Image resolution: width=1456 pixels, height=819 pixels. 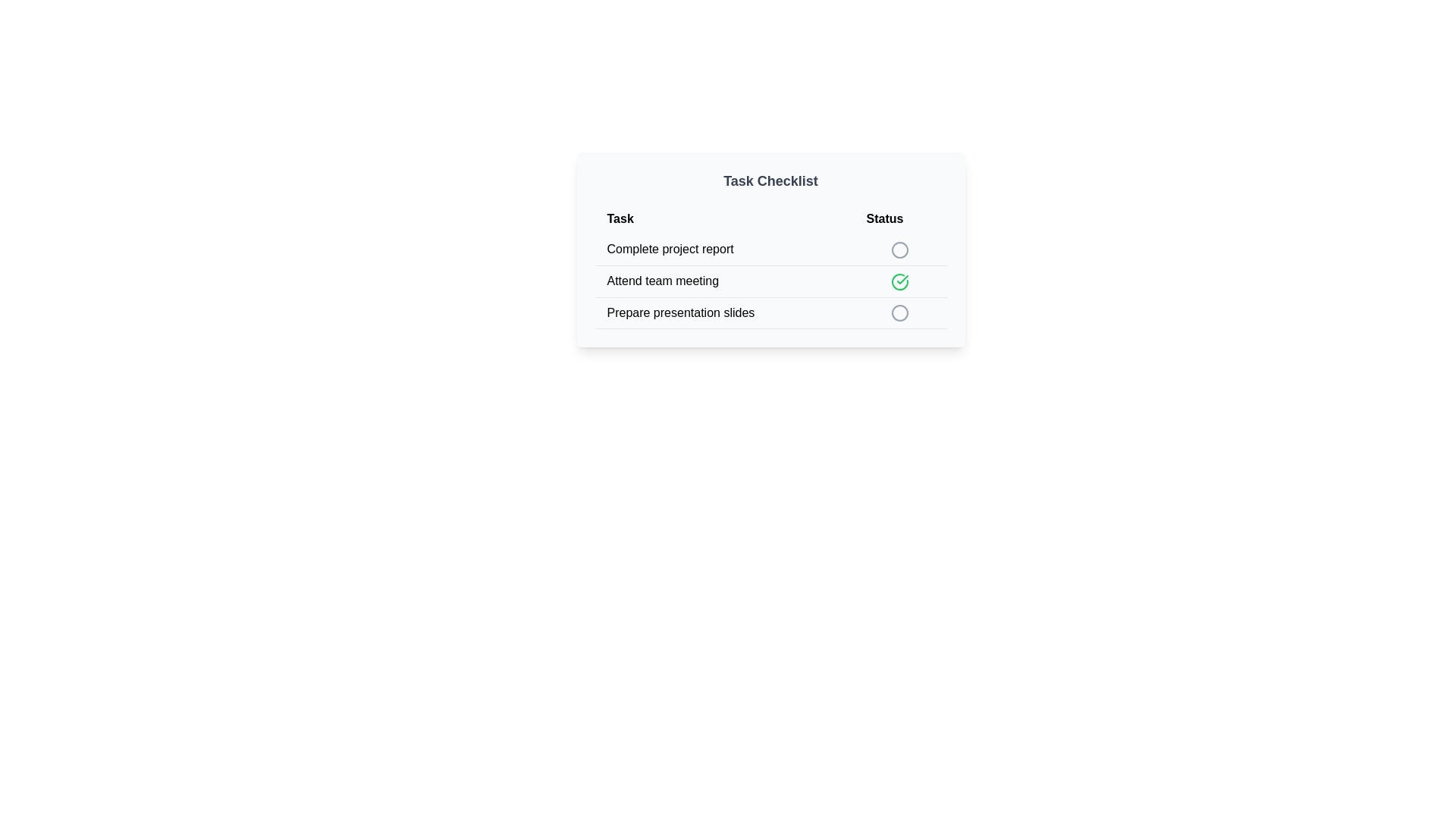 What do you see at coordinates (900, 249) in the screenshot?
I see `the circular icon with a gray outline in the Status column of the task checklist for the task 'Complete project report'` at bounding box center [900, 249].